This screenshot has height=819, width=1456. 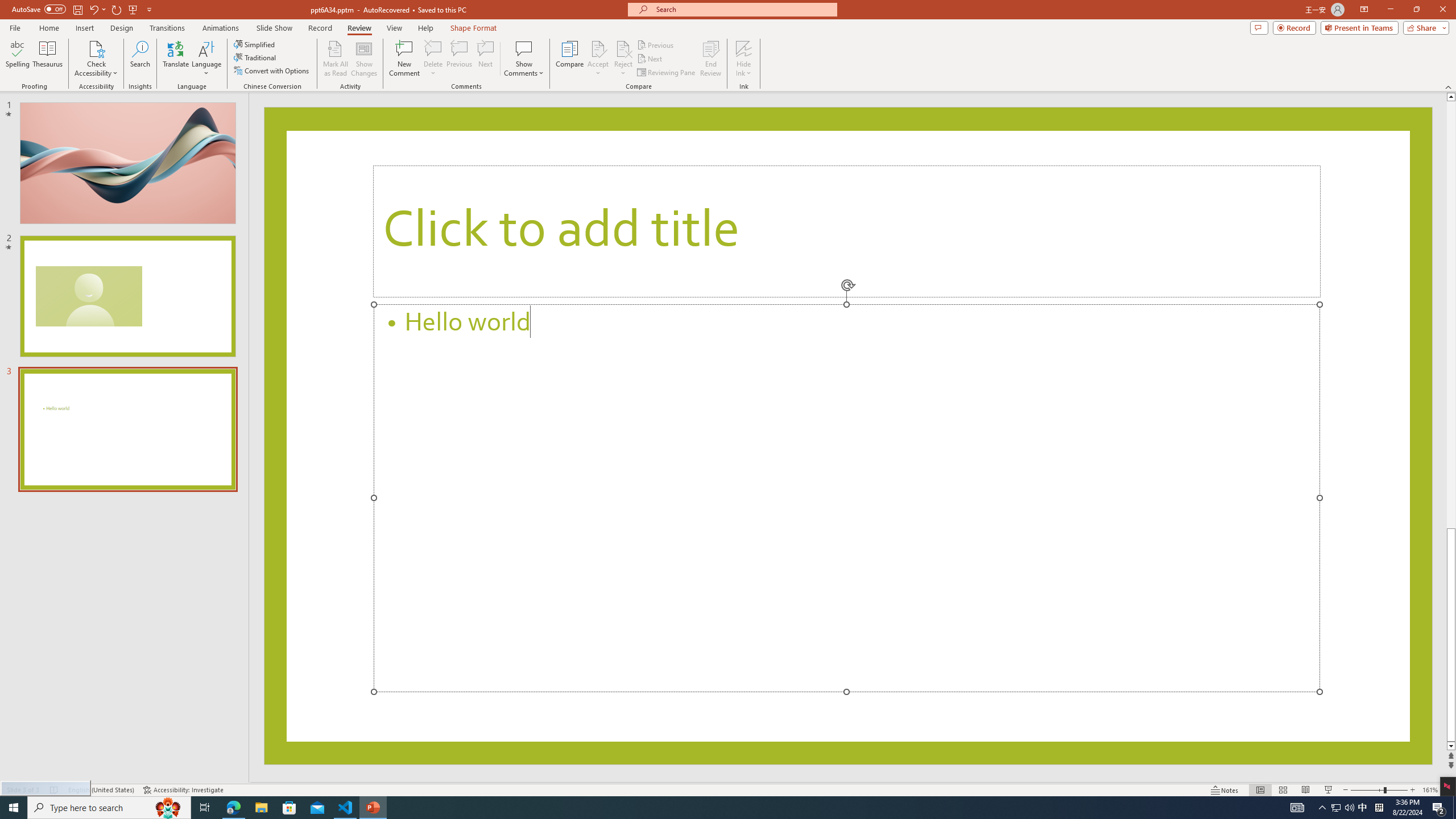 What do you see at coordinates (1389, 9) in the screenshot?
I see `'Minimize'` at bounding box center [1389, 9].